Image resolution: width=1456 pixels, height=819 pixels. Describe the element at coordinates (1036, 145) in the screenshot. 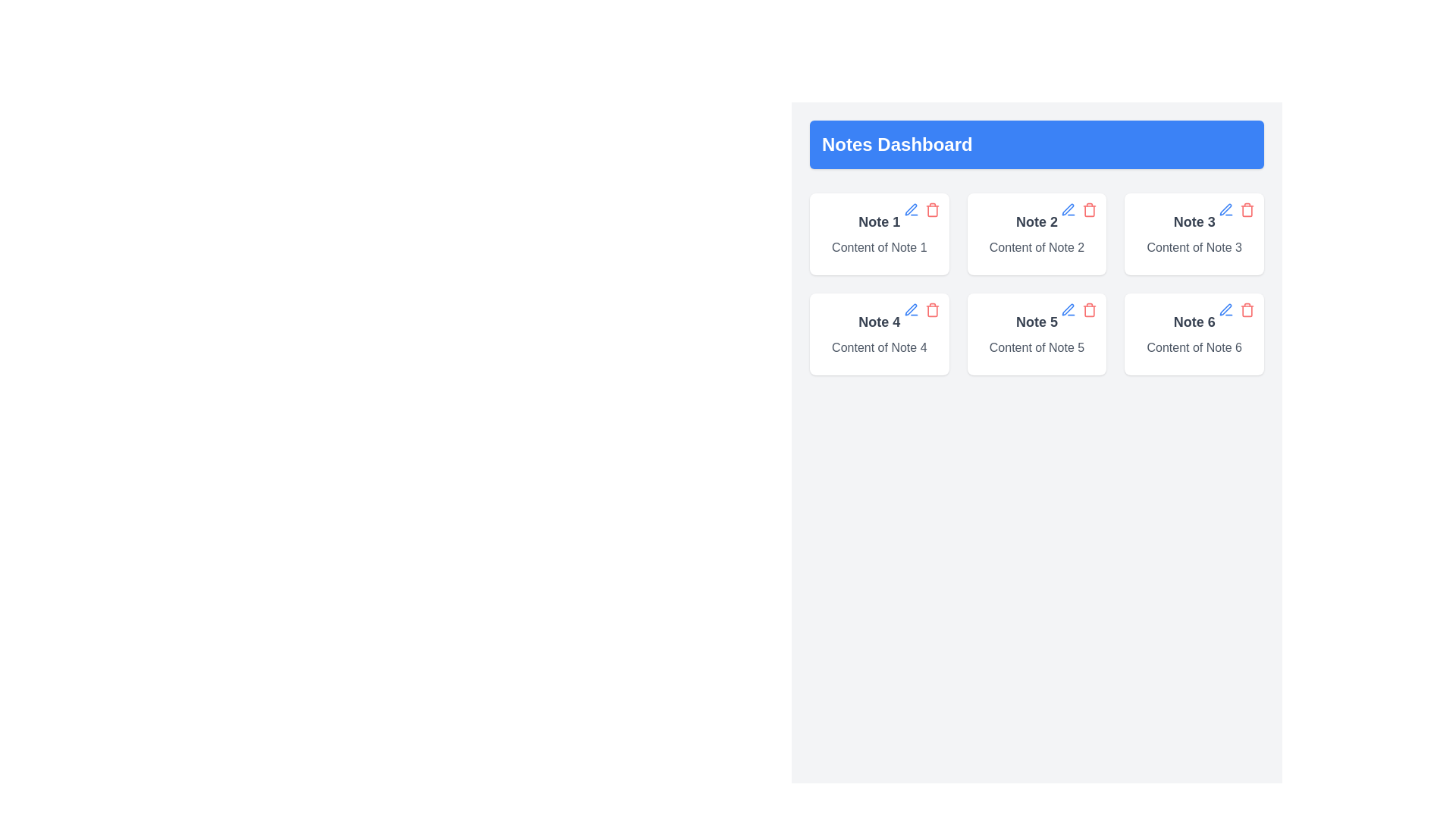

I see `the text content of the Notes Dashboard header or title bar, which is the topmost element in the UI layout` at that location.